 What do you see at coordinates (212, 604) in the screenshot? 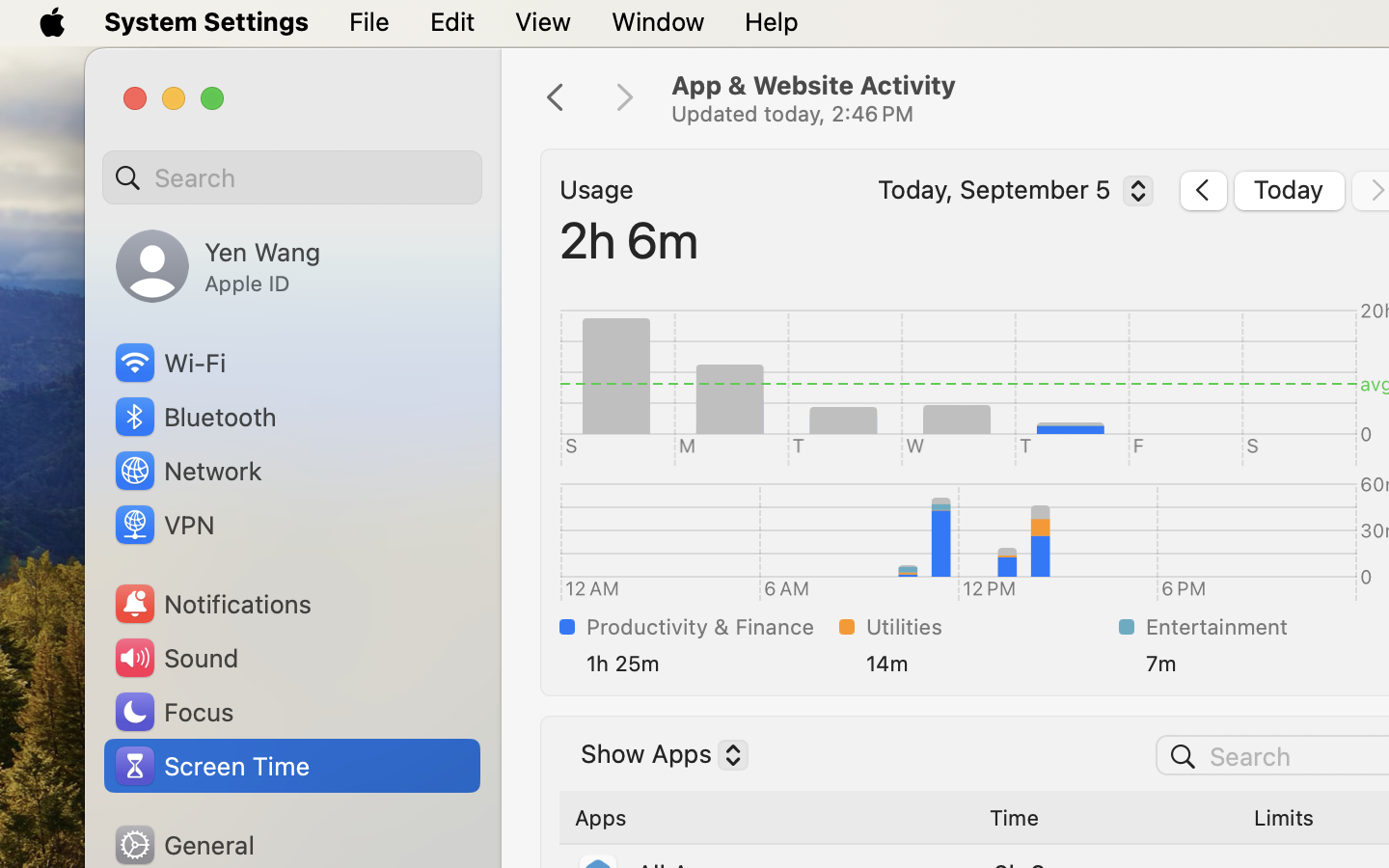
I see `'Notifications'` at bounding box center [212, 604].